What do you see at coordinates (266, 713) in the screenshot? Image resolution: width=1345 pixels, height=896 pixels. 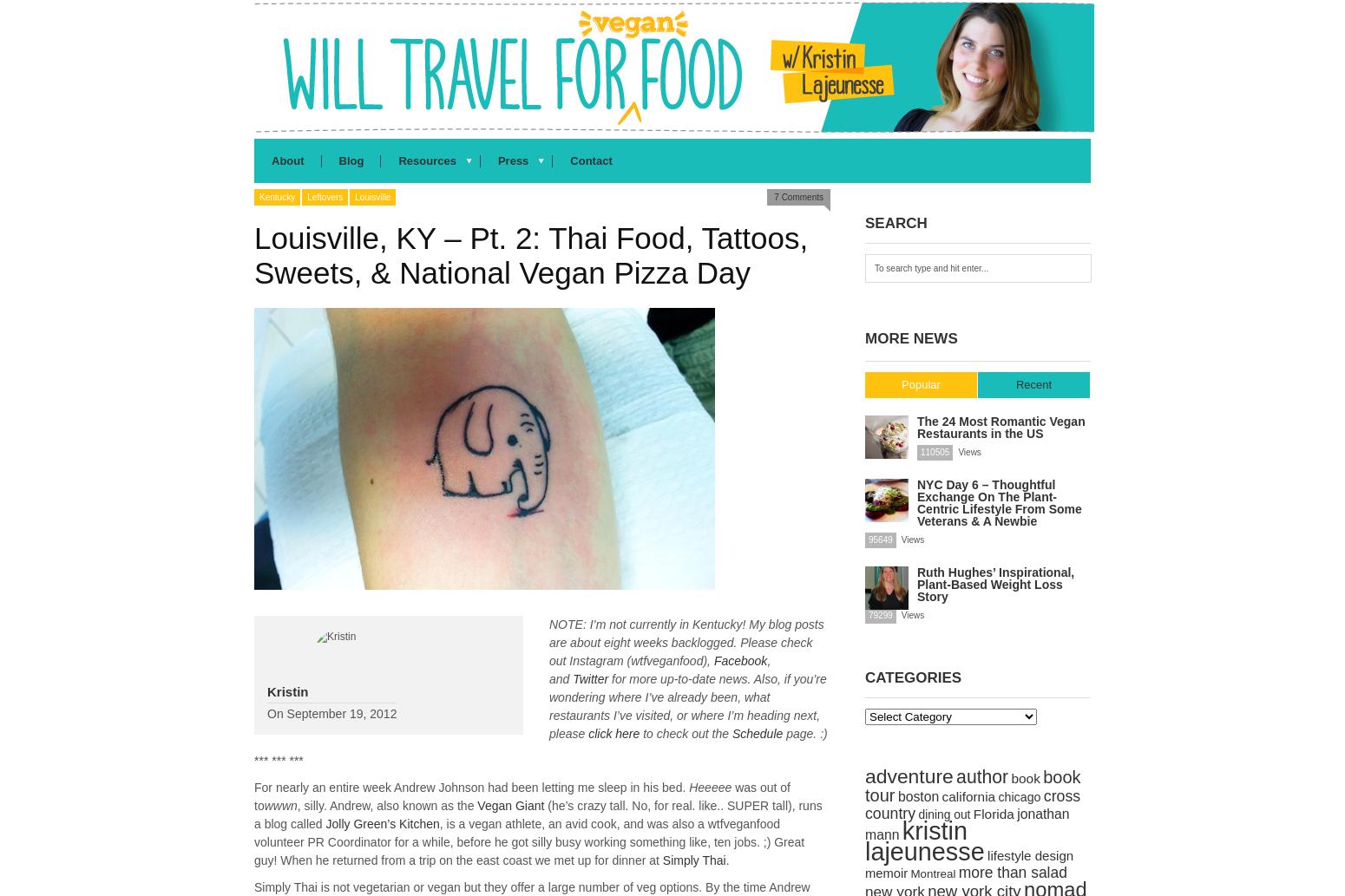 I see `'On'` at bounding box center [266, 713].